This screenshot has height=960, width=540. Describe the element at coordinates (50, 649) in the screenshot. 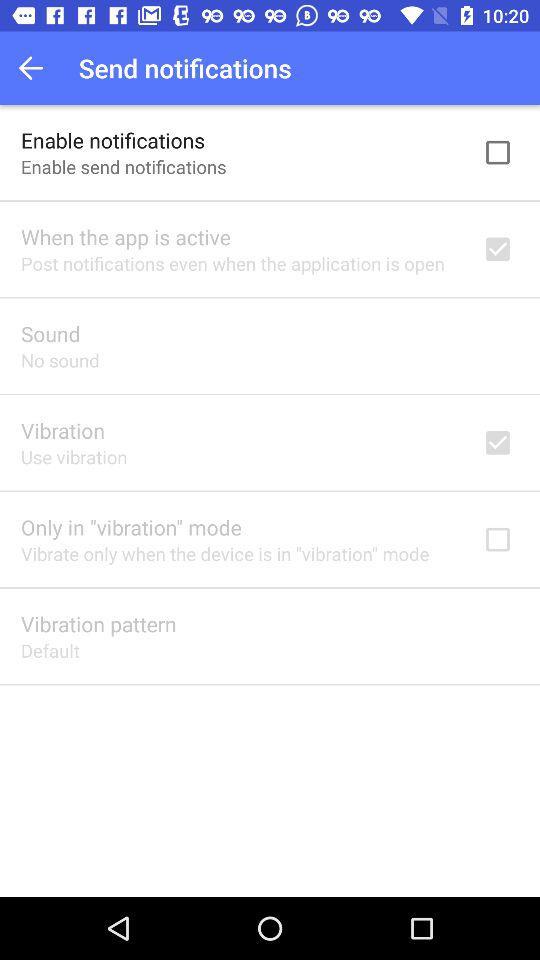

I see `default icon` at that location.